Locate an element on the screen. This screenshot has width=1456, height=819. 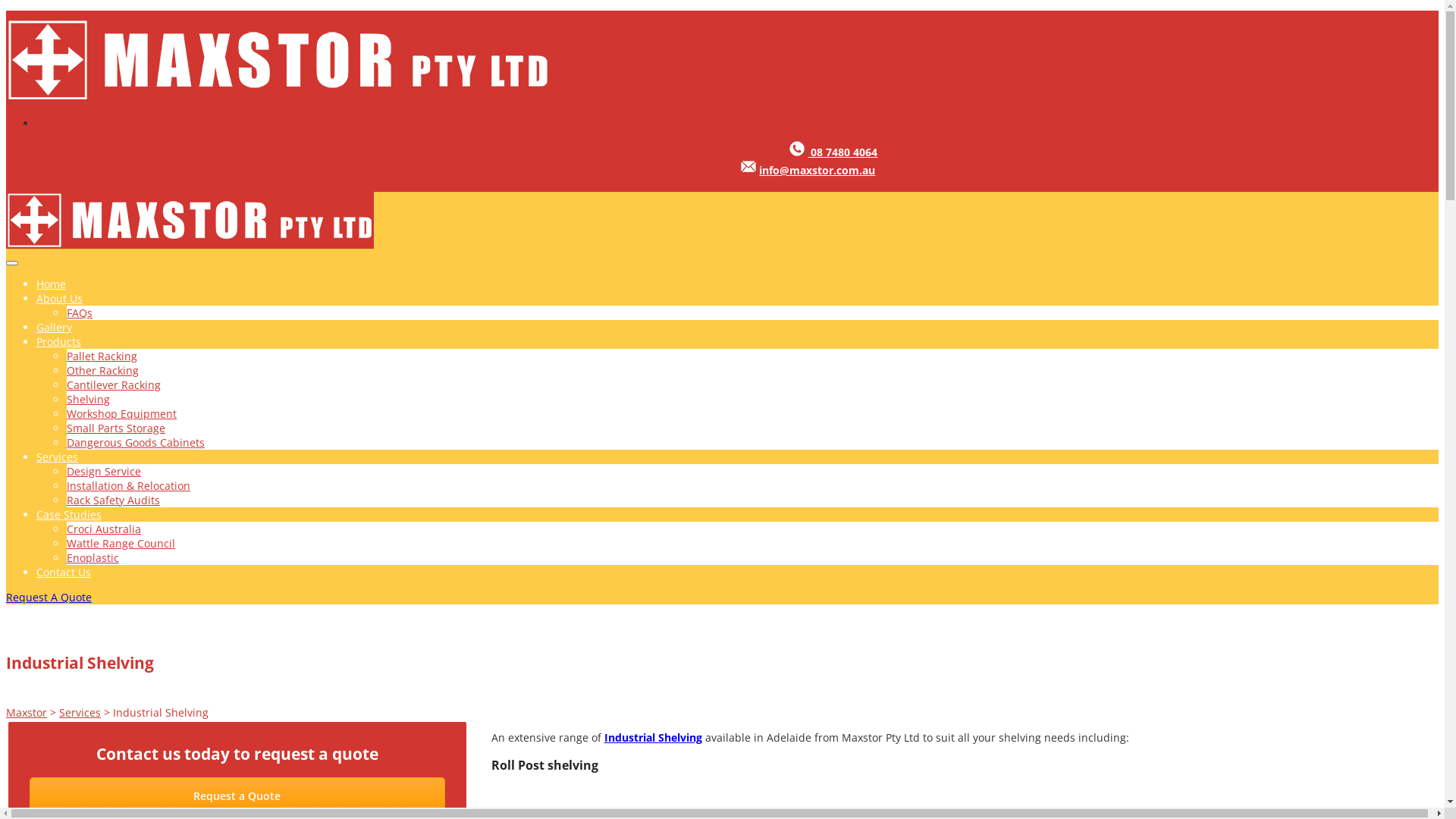
'Shelving' is located at coordinates (87, 398).